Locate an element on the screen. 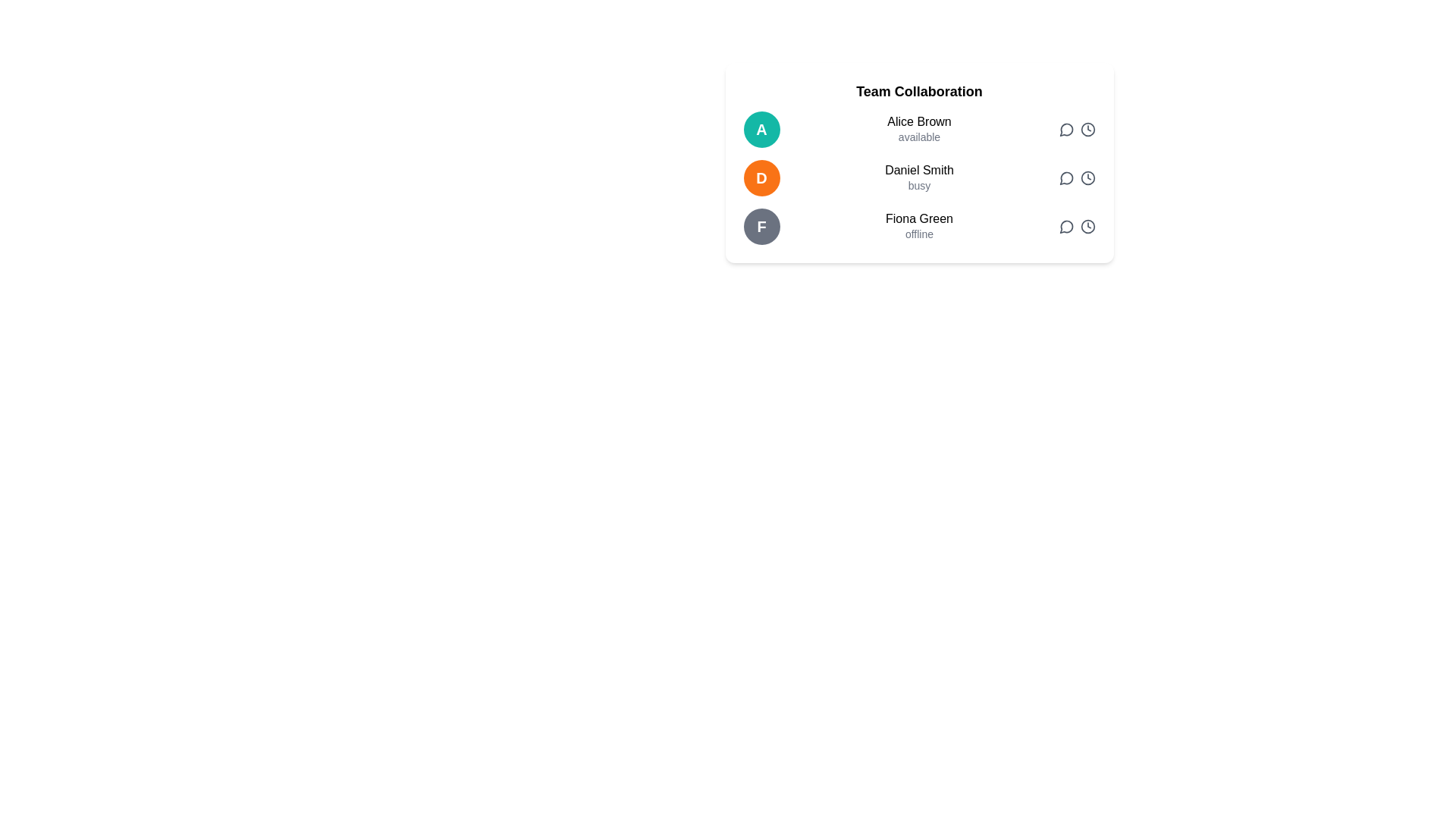 Image resolution: width=1456 pixels, height=819 pixels. the text representation of the second listed user in the 'Team Collaboration' interface is located at coordinates (918, 177).